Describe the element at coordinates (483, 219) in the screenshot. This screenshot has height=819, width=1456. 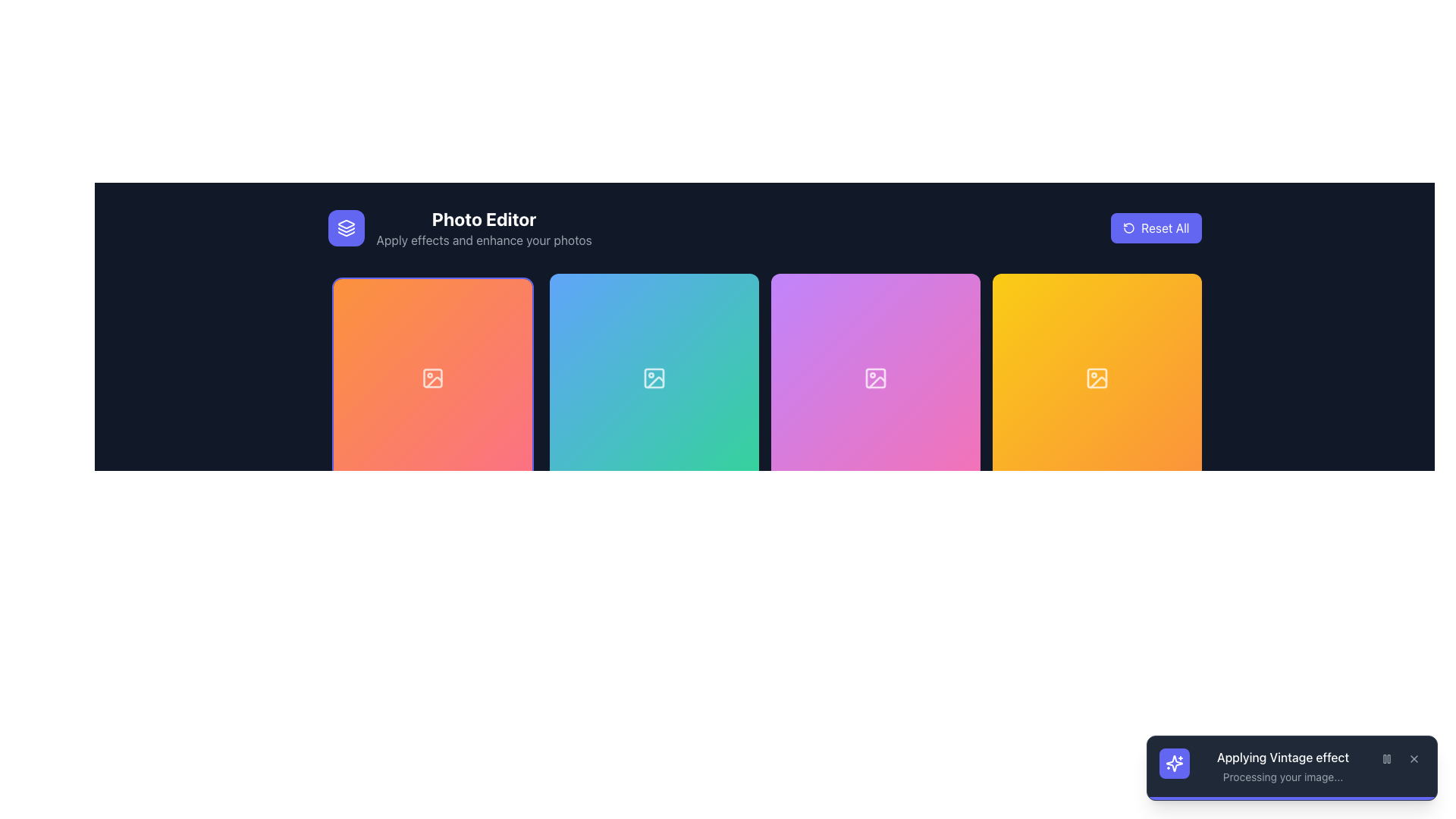
I see `text from the 'Photo Editor' label, which is a bold, white text label displayed in a large font size on a dark background, centrally located in the interface` at that location.